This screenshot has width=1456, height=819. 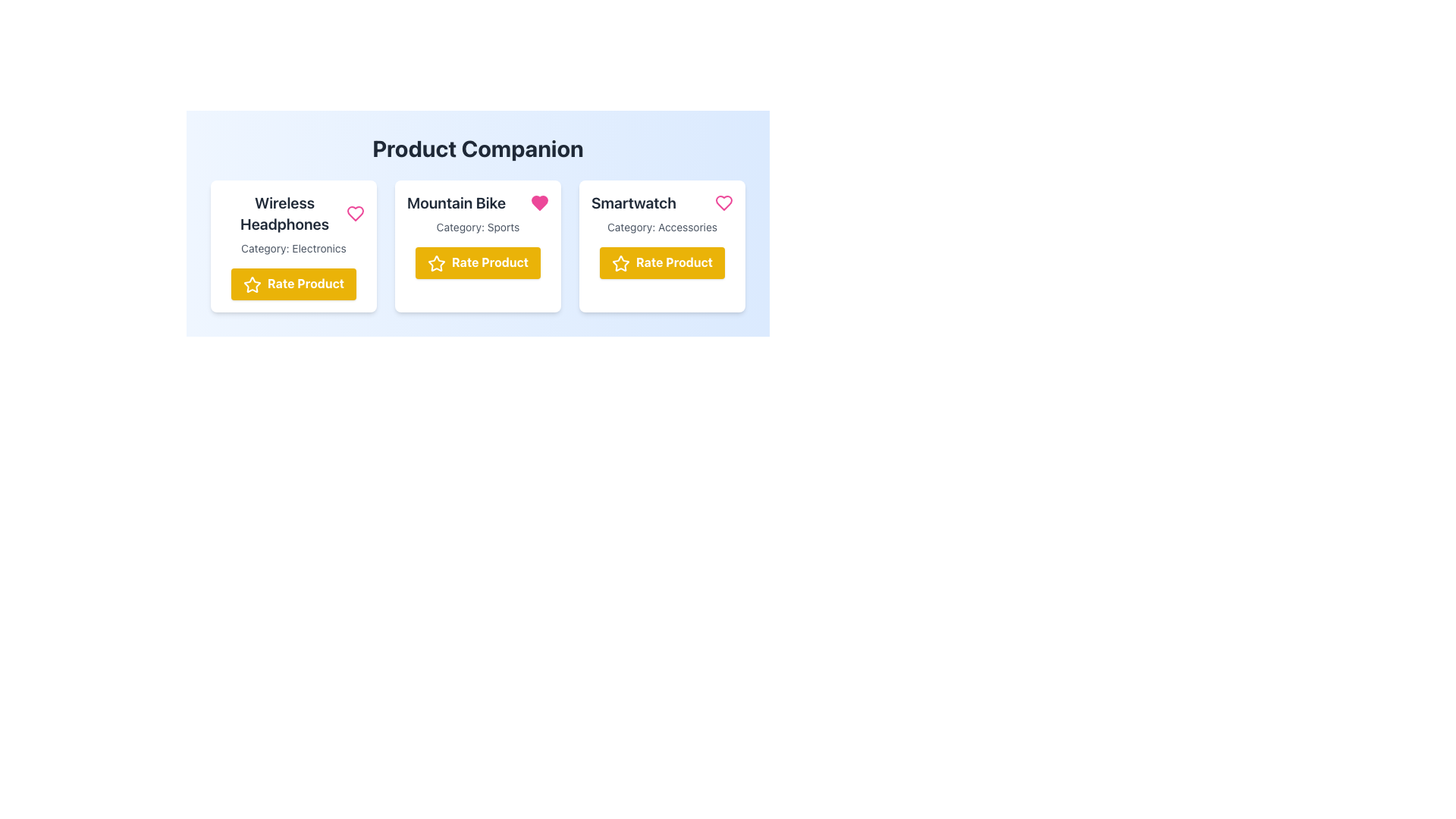 What do you see at coordinates (477, 202) in the screenshot?
I see `the 'Mountain Bike' text label, which is prominently displayed in bold font and accompanied by a pink heart icon, located at the top of a card in the center column` at bounding box center [477, 202].